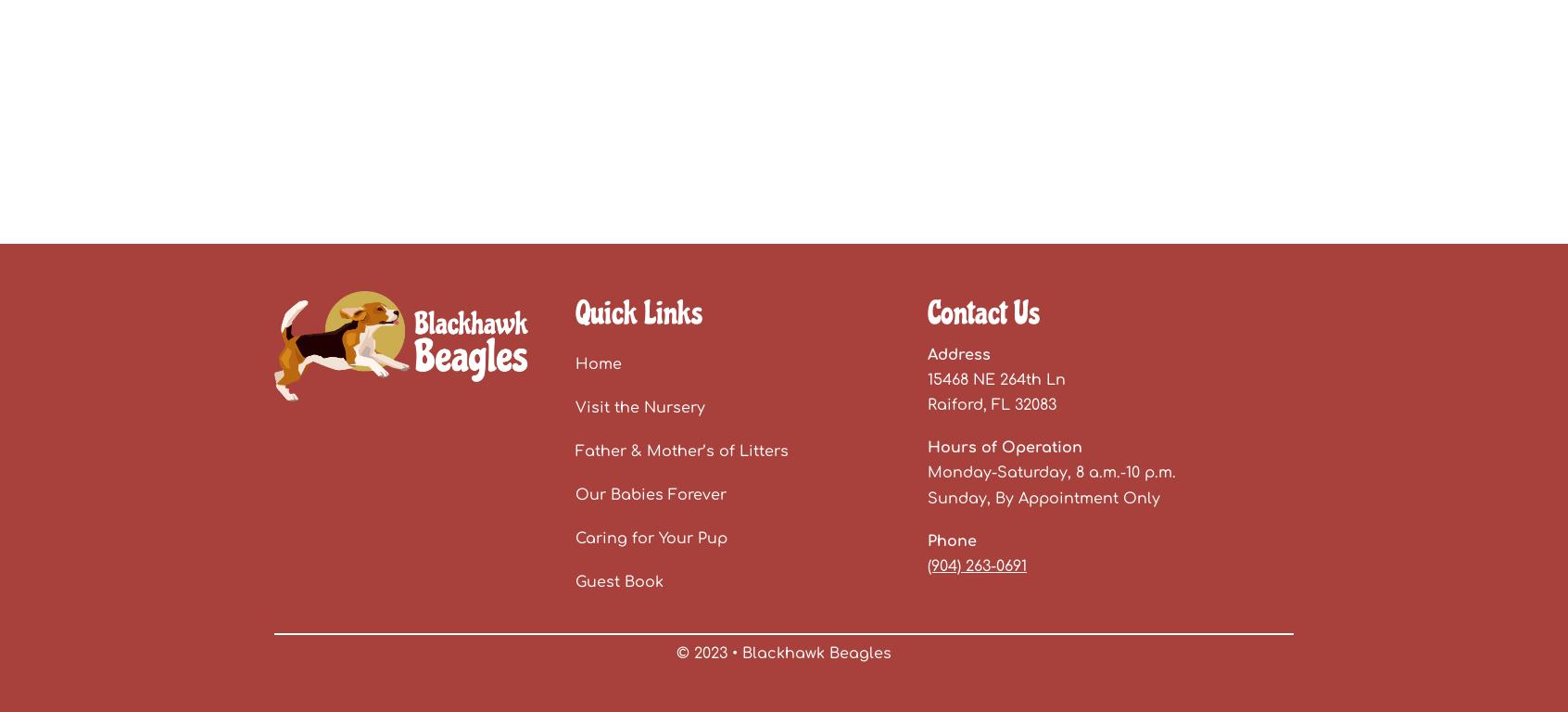 This screenshot has height=712, width=1568. Describe the element at coordinates (996, 378) in the screenshot. I see `'15468 NE 264th Ln'` at that location.